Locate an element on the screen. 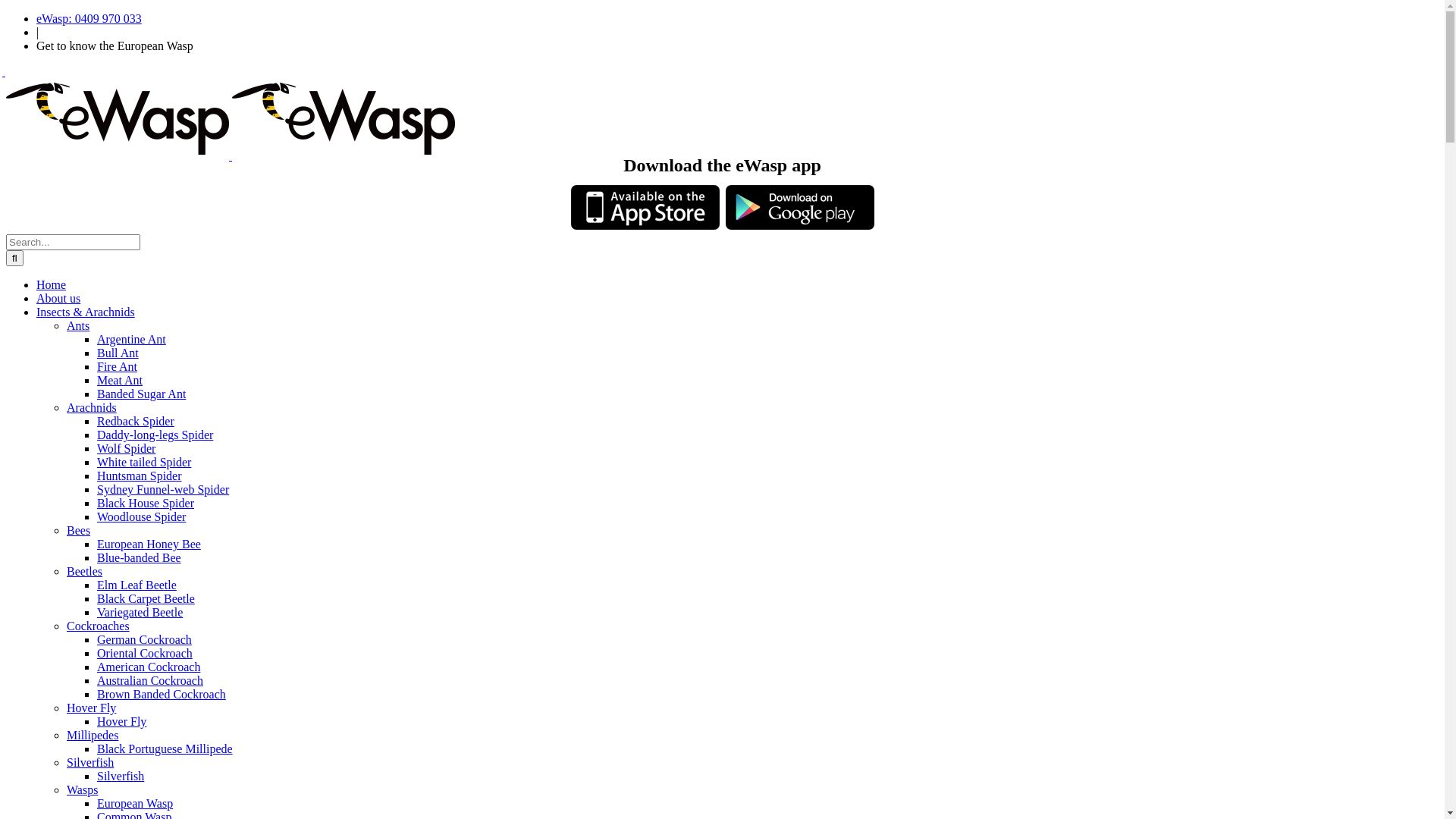 The width and height of the screenshot is (1456, 819). 'Sydney Funnel-web Spider' is located at coordinates (163, 489).